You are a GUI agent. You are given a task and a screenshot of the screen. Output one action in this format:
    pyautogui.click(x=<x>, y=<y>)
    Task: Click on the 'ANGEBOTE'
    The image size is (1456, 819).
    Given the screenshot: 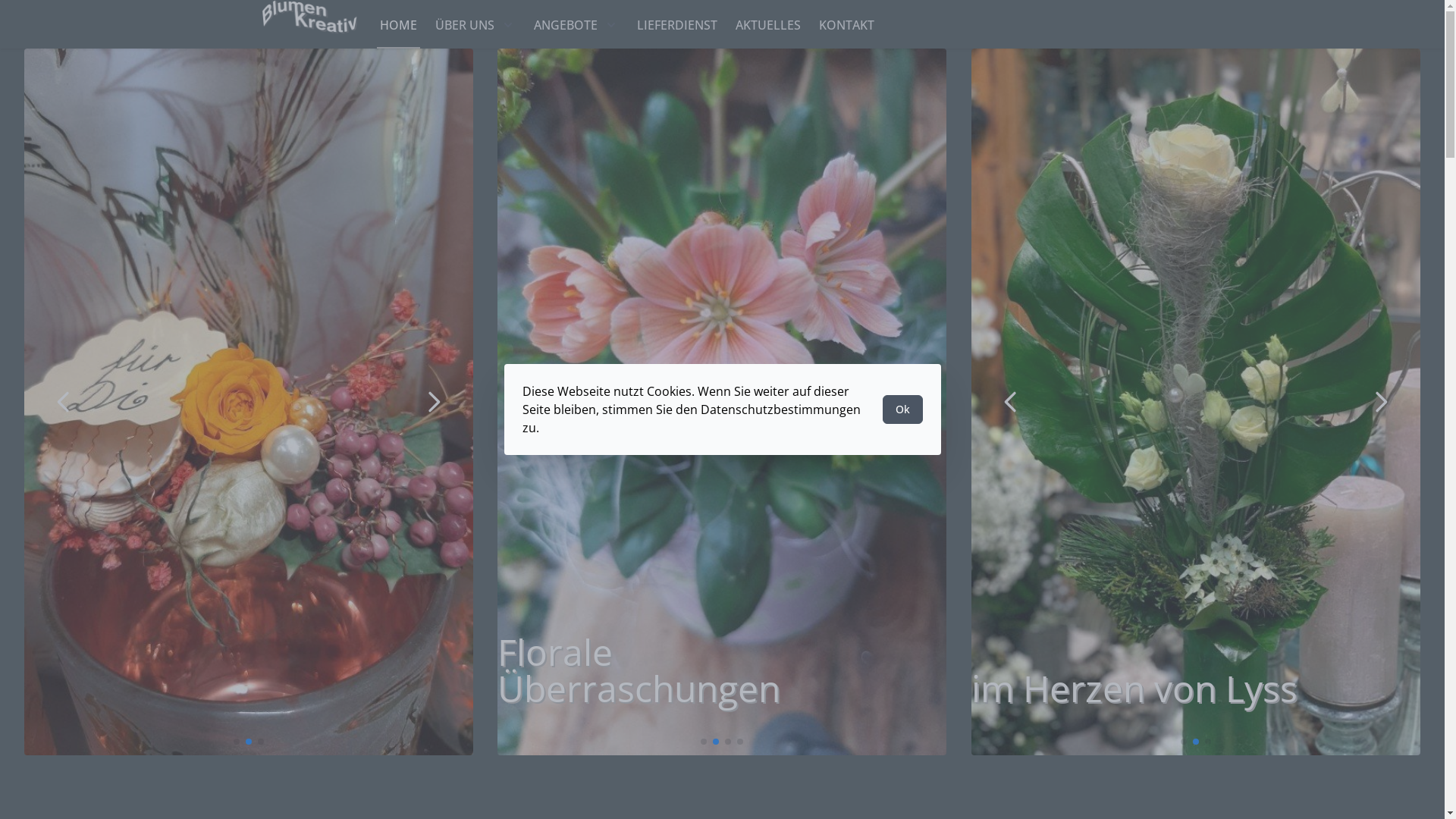 What is the action you would take?
    pyautogui.click(x=575, y=25)
    